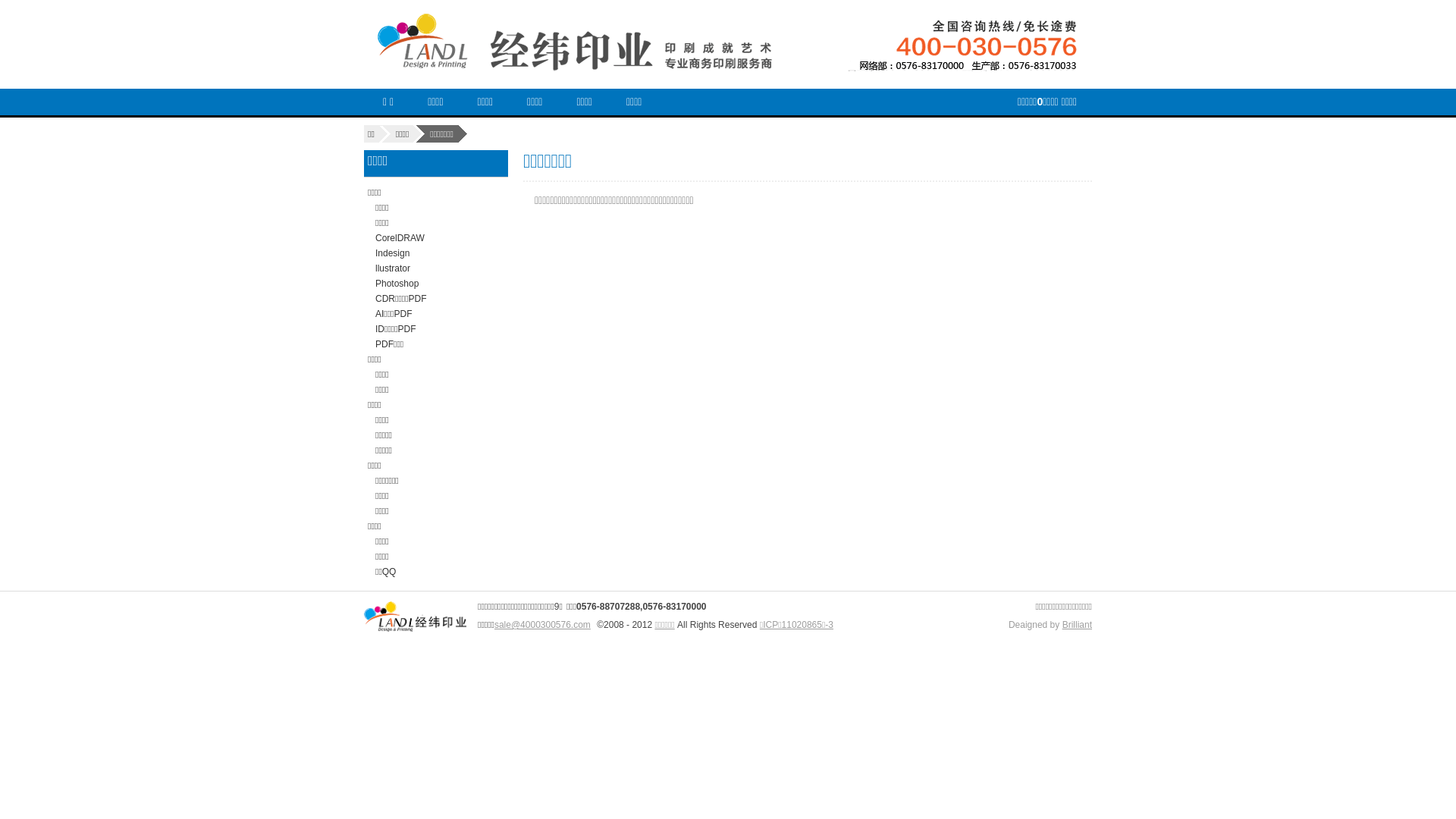  I want to click on 'CorelDRAW', so click(400, 237).